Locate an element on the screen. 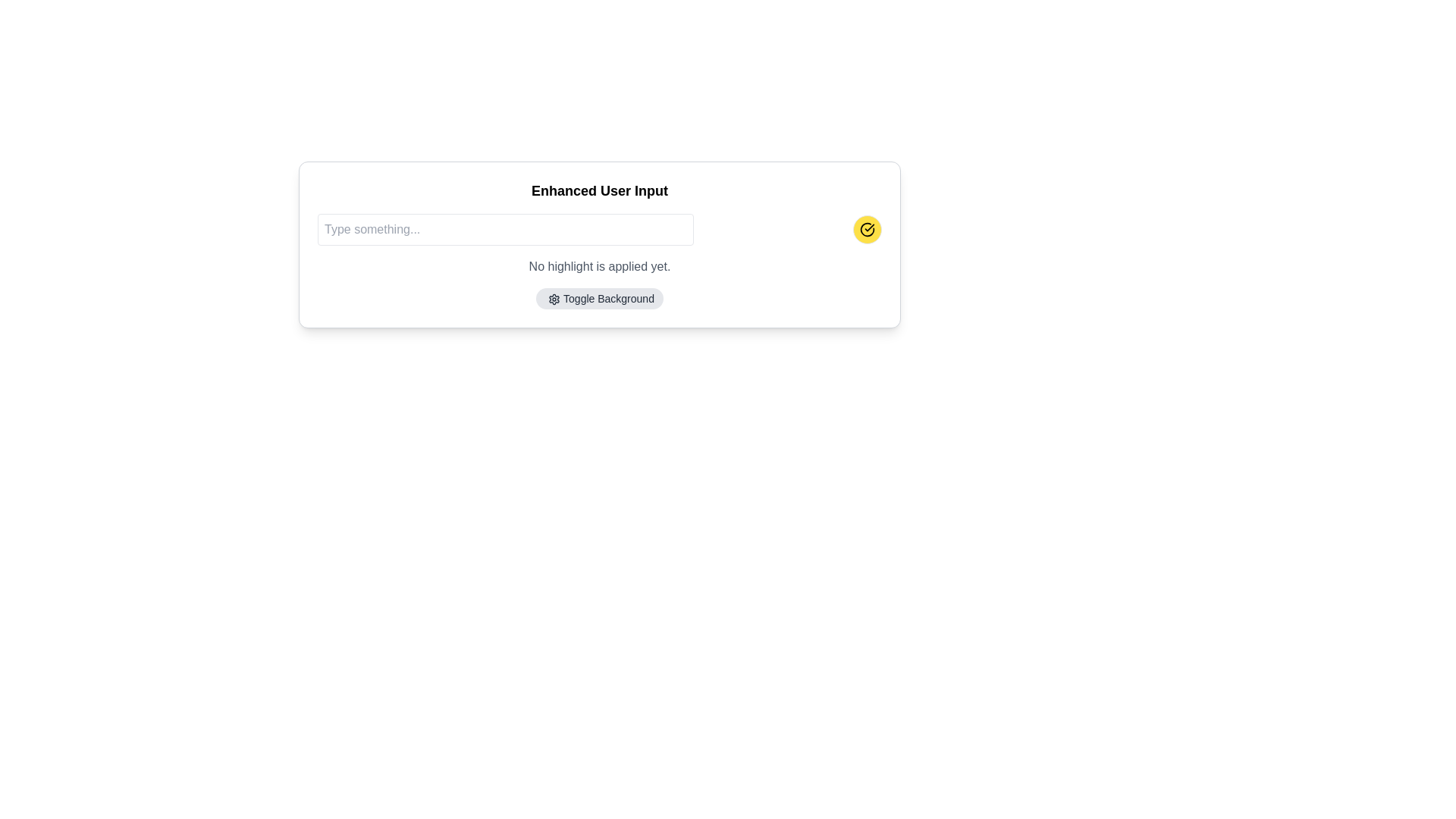 This screenshot has height=819, width=1456. the settings cogwheel icon located to the left of the 'Toggle Background' button in the 'Enhanced User Input' panel is located at coordinates (554, 300).